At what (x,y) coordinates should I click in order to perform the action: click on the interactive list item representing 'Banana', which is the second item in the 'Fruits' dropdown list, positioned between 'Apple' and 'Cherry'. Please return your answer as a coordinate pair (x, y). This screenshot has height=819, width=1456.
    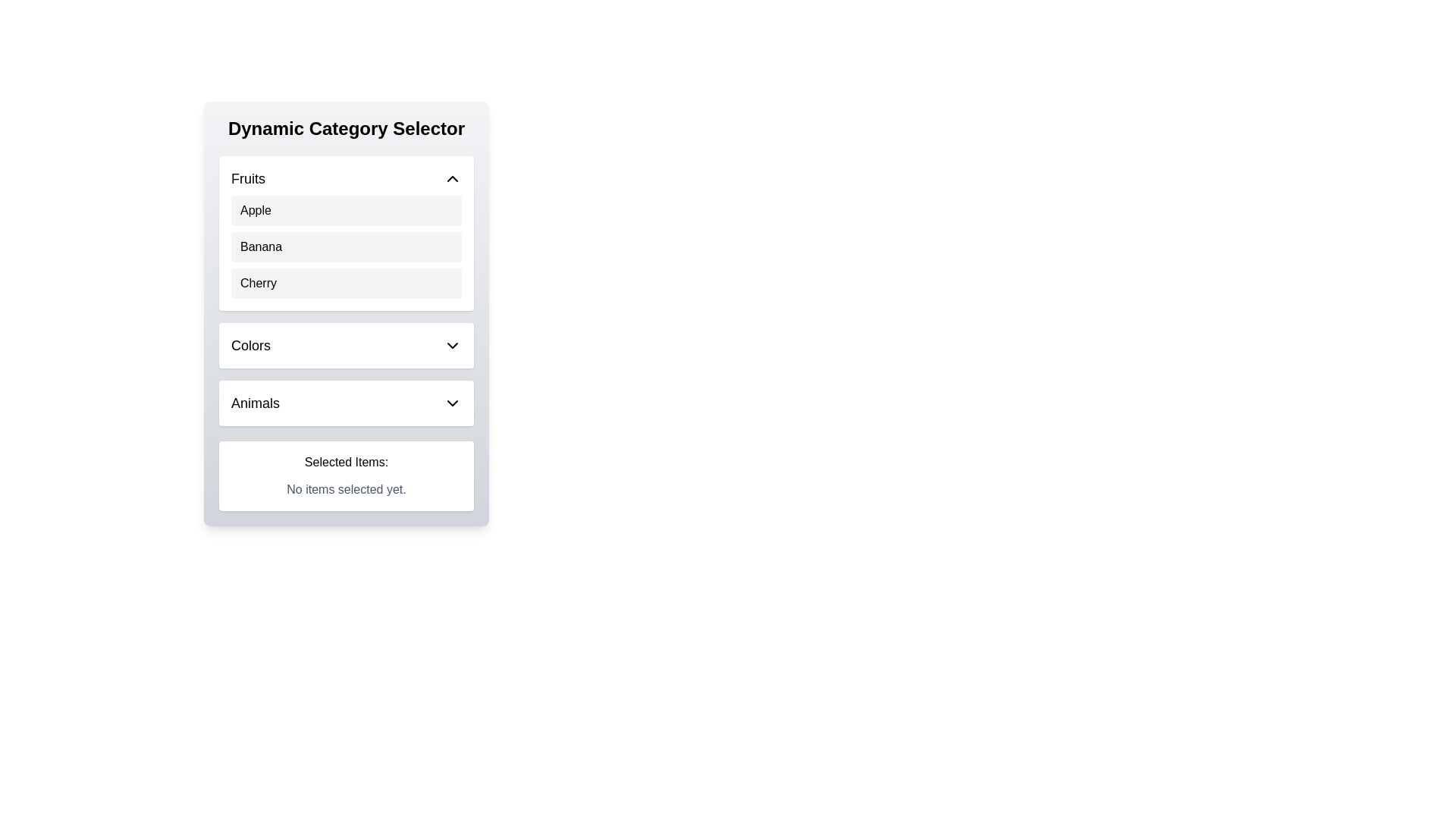
    Looking at the image, I should click on (345, 246).